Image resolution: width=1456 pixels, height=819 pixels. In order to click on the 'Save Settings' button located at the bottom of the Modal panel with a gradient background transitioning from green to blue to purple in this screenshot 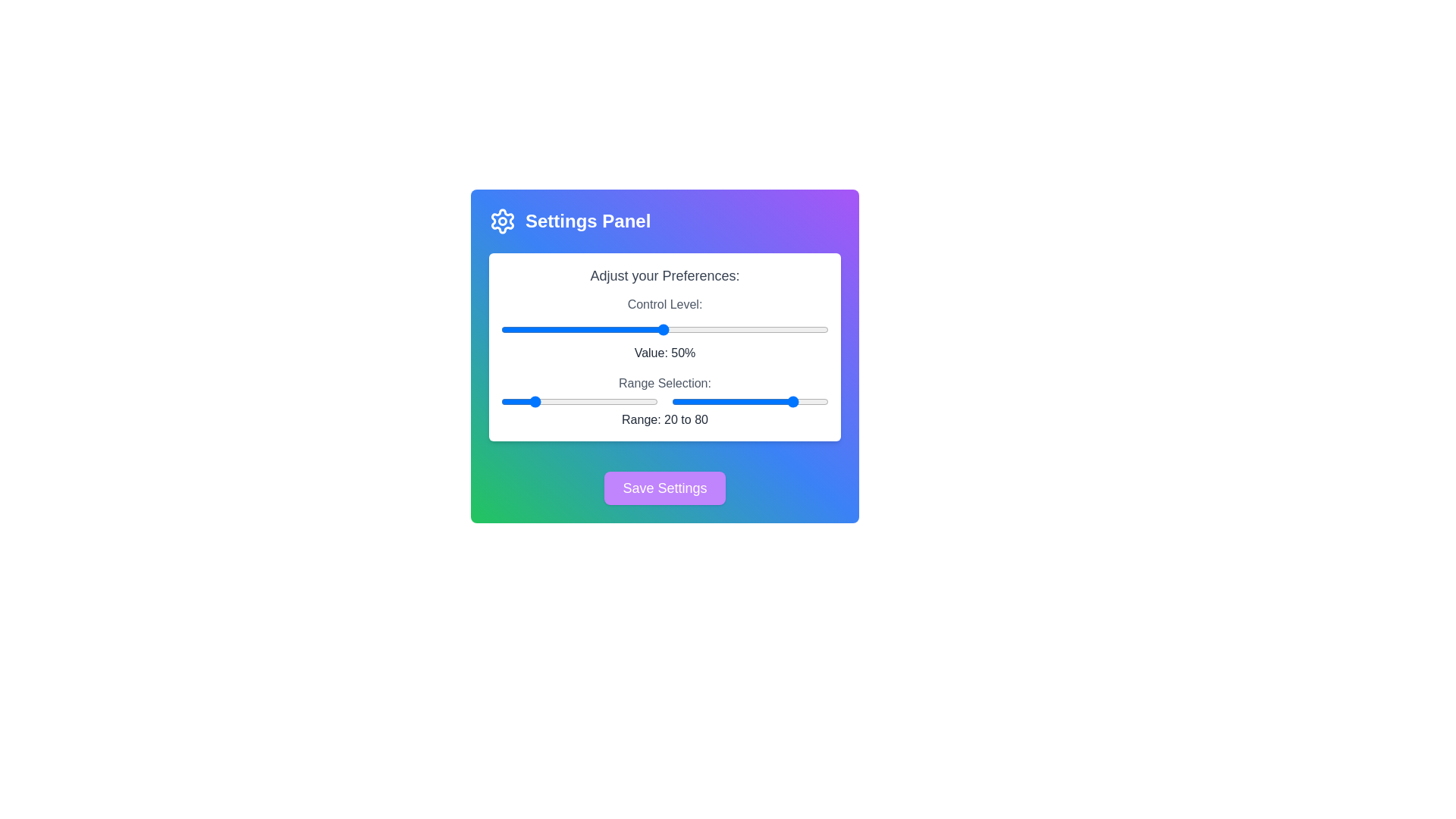, I will do `click(665, 356)`.